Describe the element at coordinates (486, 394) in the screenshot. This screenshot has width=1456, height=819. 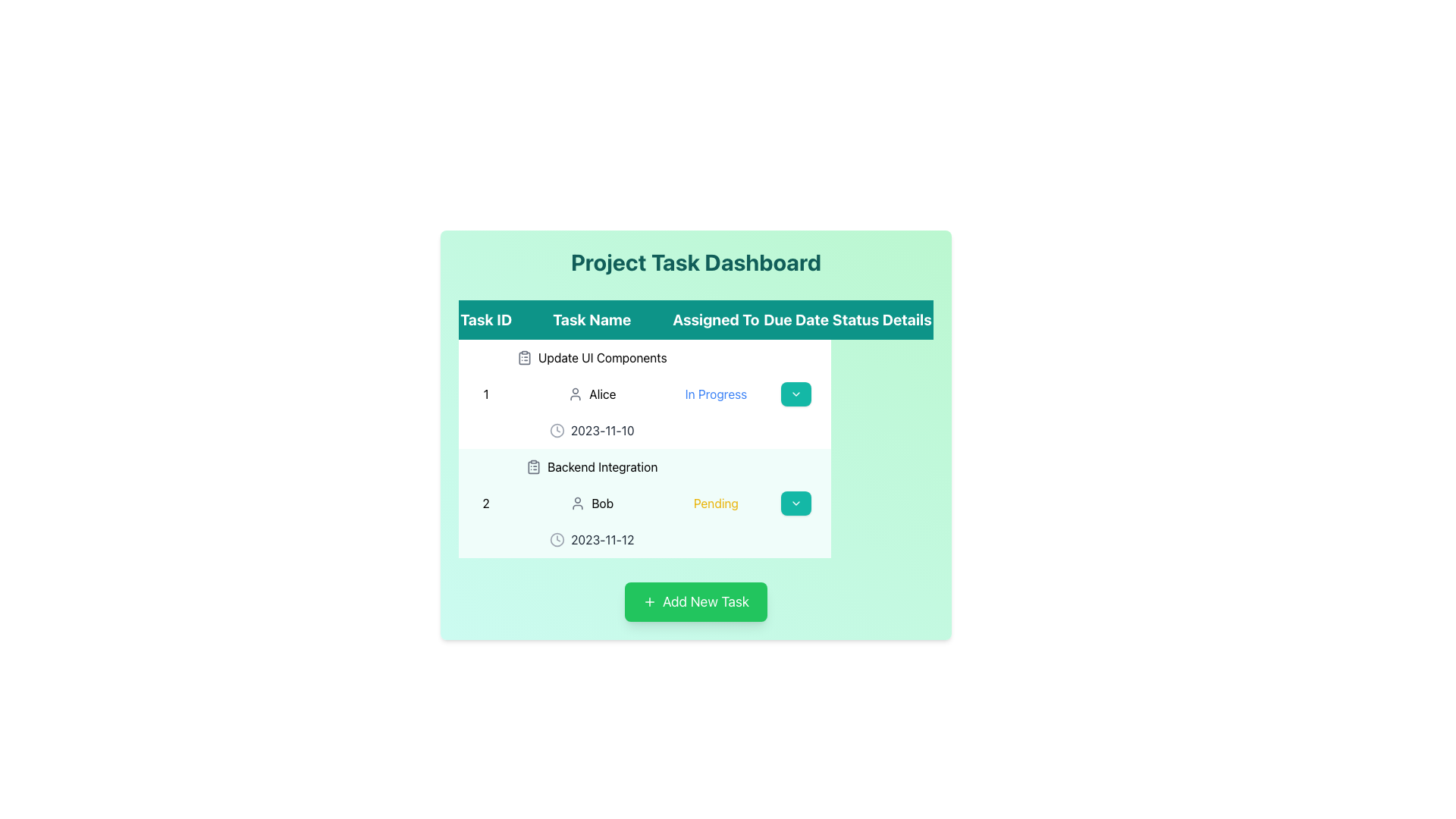
I see `the numeral '1' displayed in a clean, sans-serif font located in the first row under the 'Task ID' column` at that location.